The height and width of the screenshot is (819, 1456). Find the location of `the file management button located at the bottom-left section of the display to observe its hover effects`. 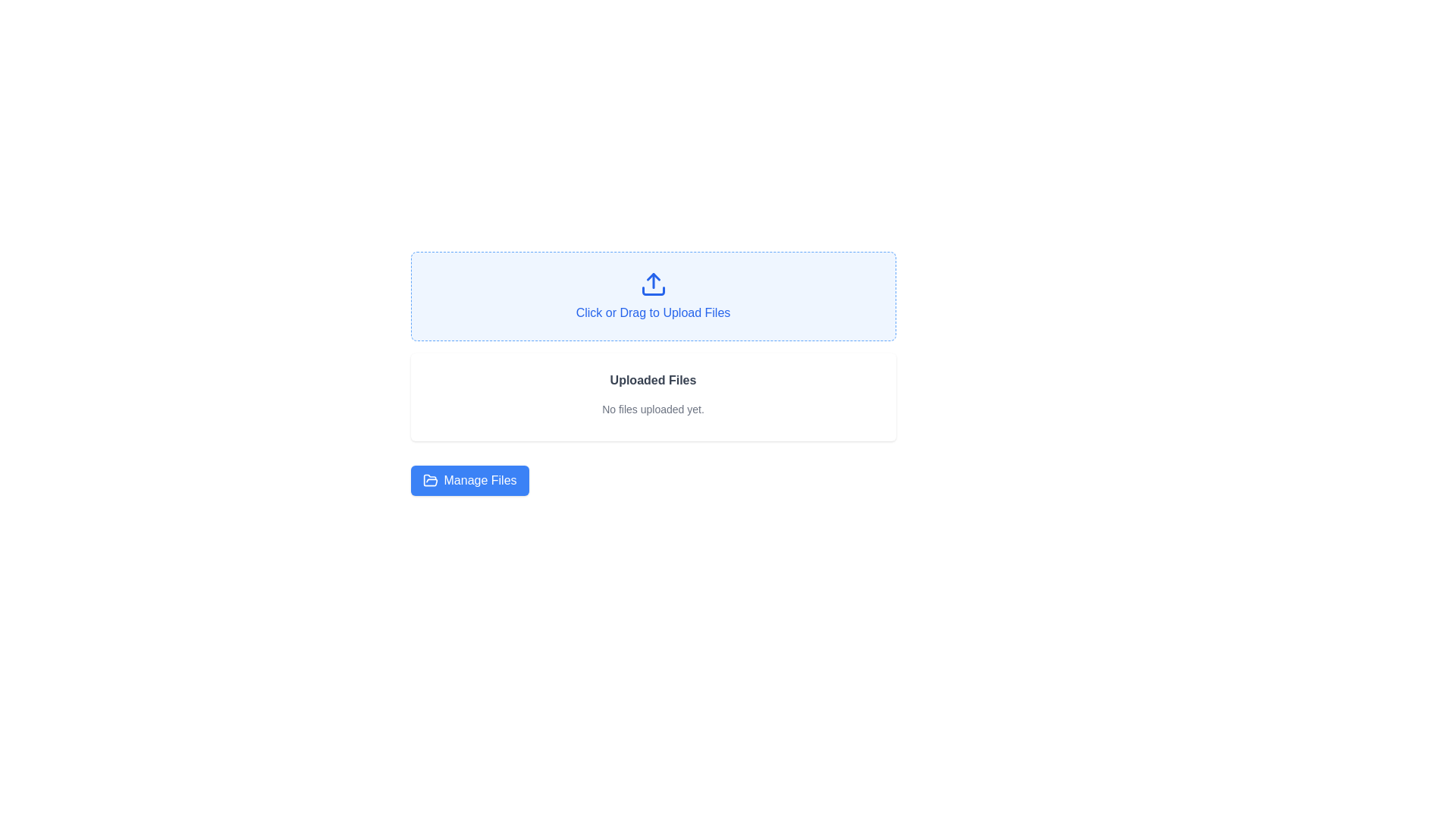

the file management button located at the bottom-left section of the display to observe its hover effects is located at coordinates (469, 480).